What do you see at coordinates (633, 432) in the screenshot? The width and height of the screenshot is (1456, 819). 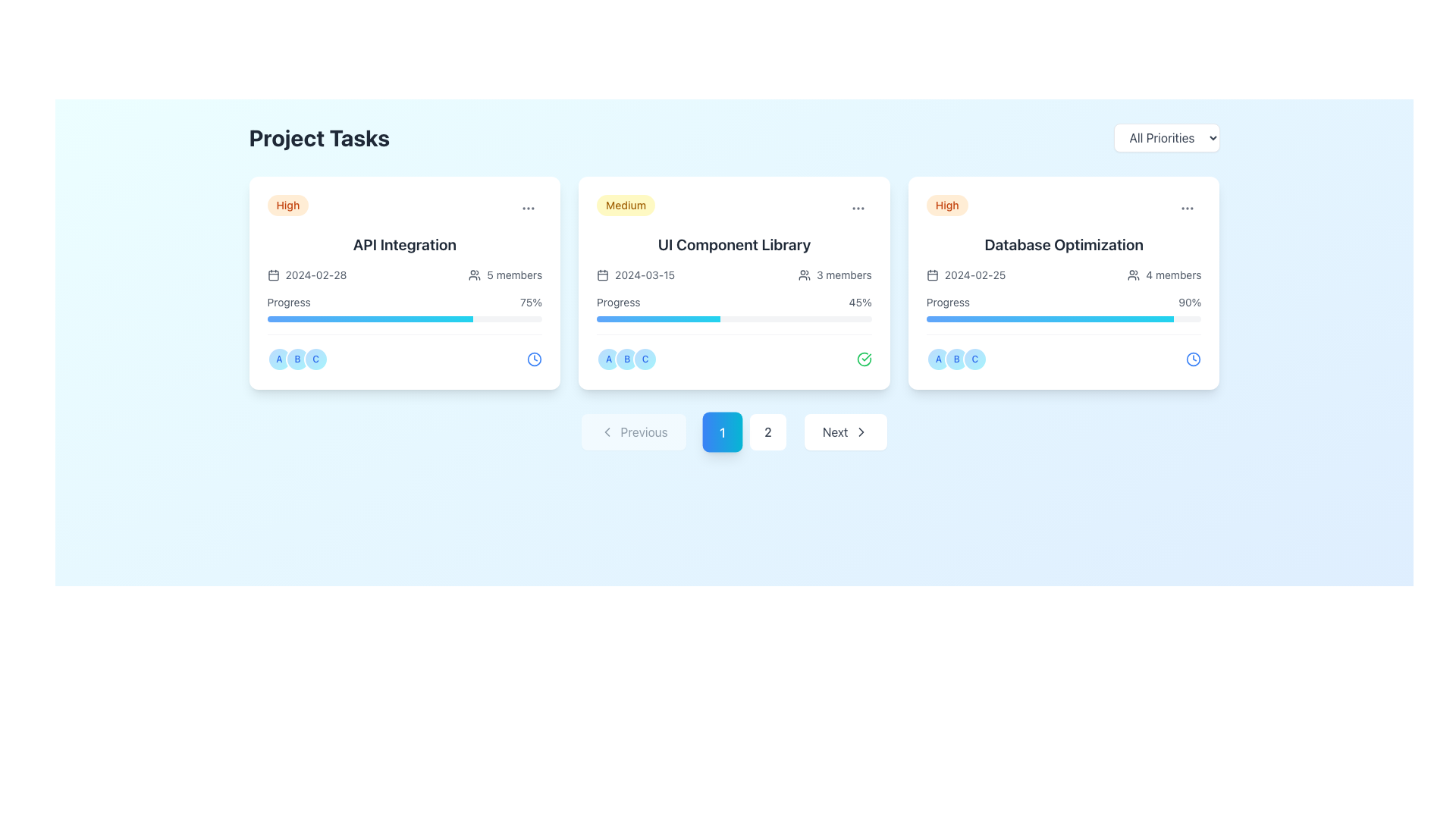 I see `the 'Previous' button located on the bottom left section of the page` at bounding box center [633, 432].